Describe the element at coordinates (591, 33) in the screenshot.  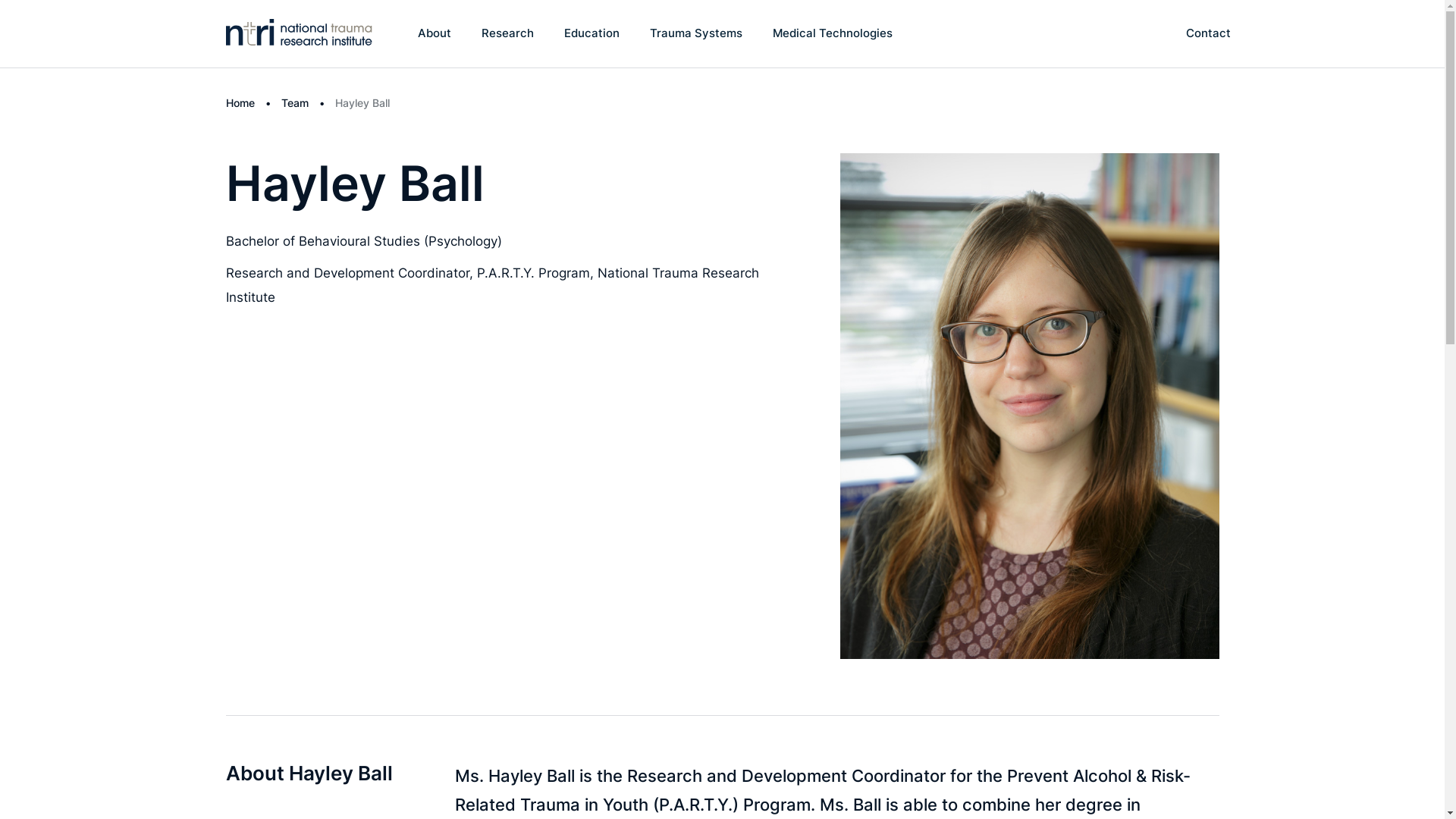
I see `'Education'` at that location.